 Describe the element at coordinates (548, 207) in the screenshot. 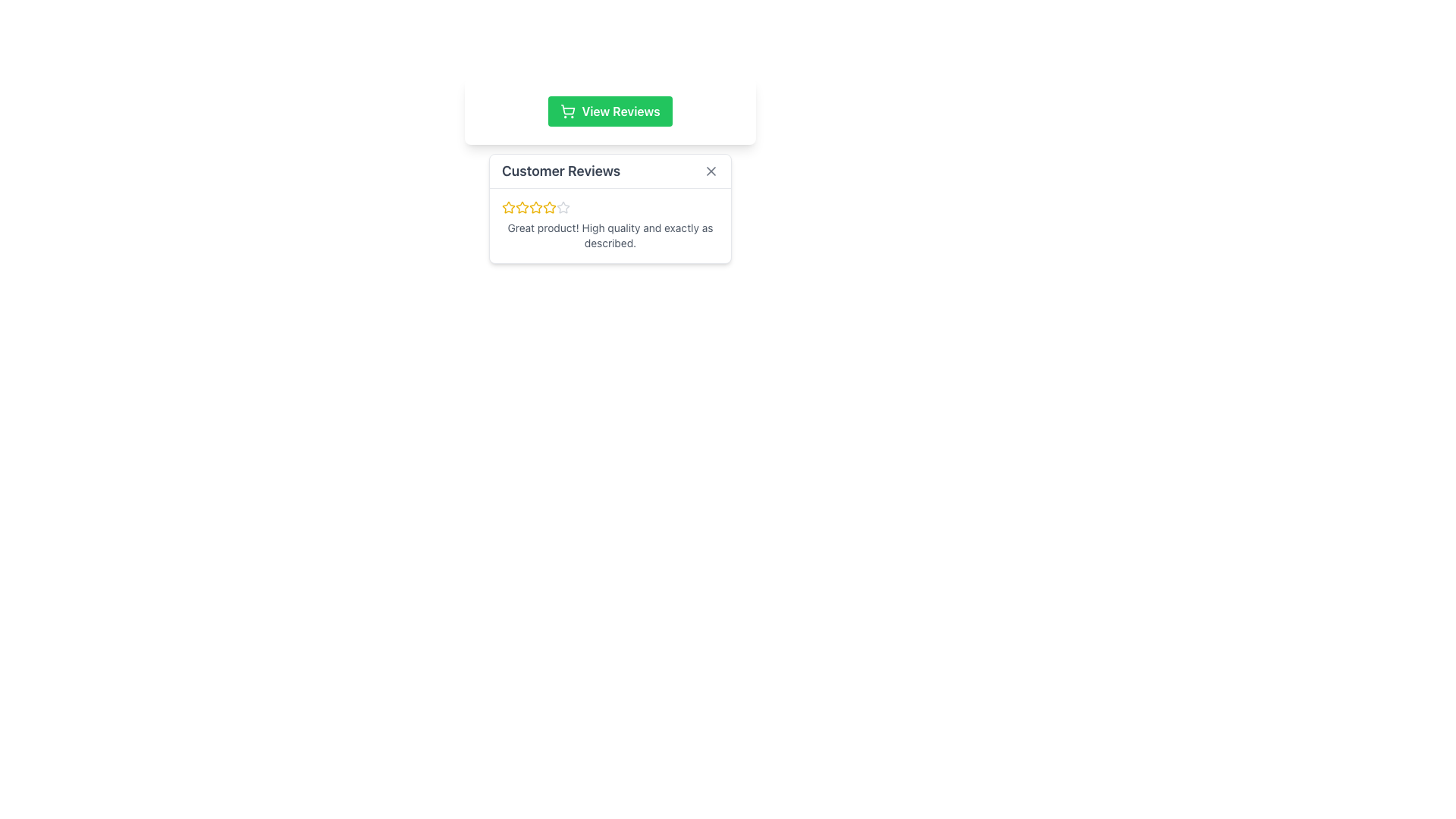

I see `the sixth star-shaped icon with a golden yellow outline in the 'Customer Reviews' section of the rating widget` at that location.